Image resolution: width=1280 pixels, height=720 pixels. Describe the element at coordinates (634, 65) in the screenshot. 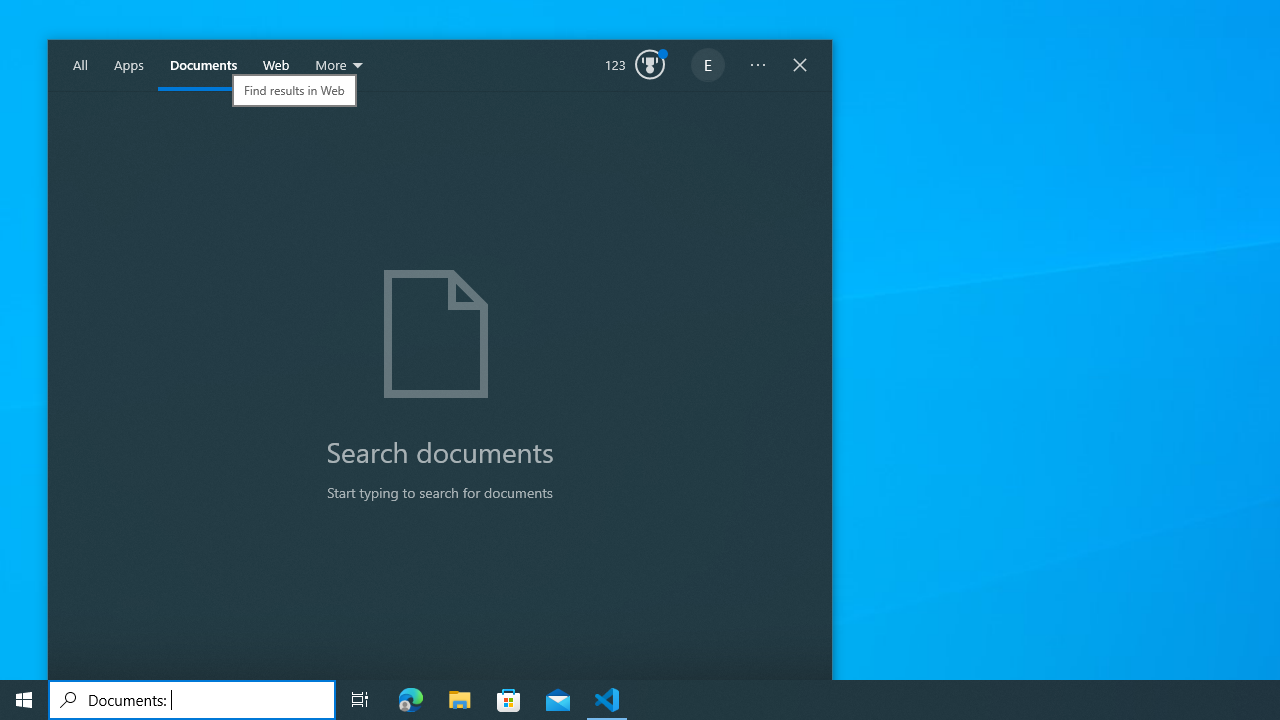

I see `'Microsoft Rewards balance: 123'` at that location.